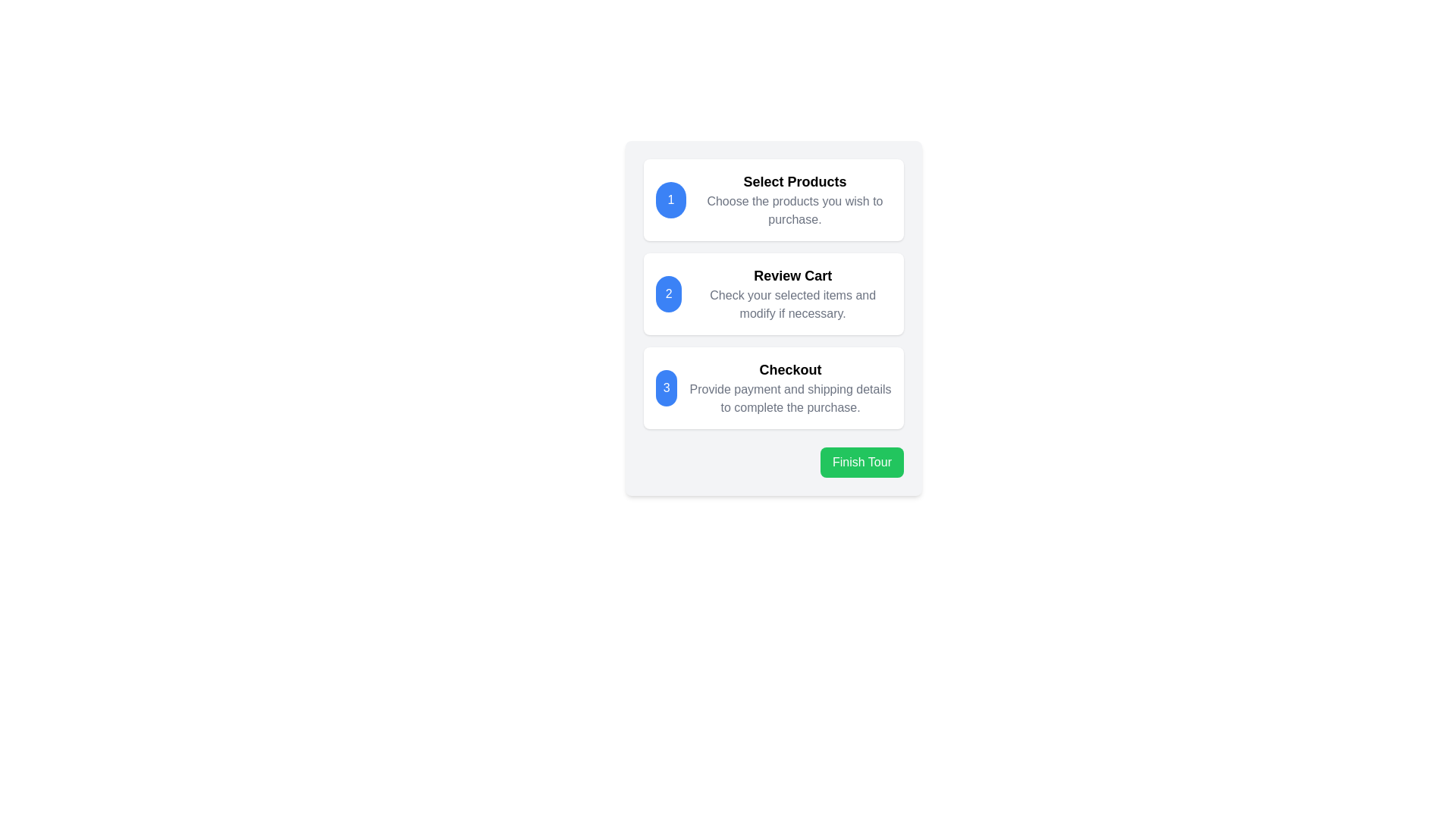 This screenshot has width=1456, height=819. Describe the element at coordinates (794, 210) in the screenshot. I see `instructional text 'Choose the products you wish to purchase.' which is rendered below the title 'Select Products' in a light gray font` at that location.